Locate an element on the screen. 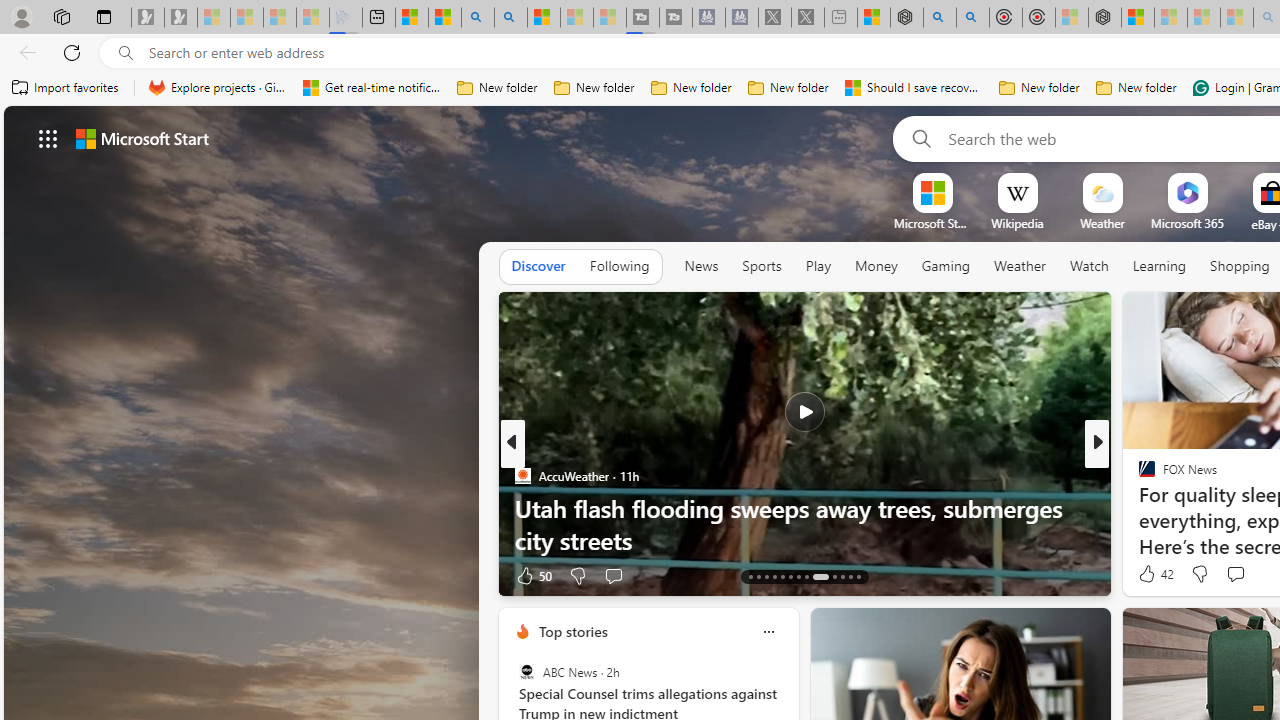 This screenshot has height=720, width=1280. 'AutomationID: tab-22' is located at coordinates (833, 577).